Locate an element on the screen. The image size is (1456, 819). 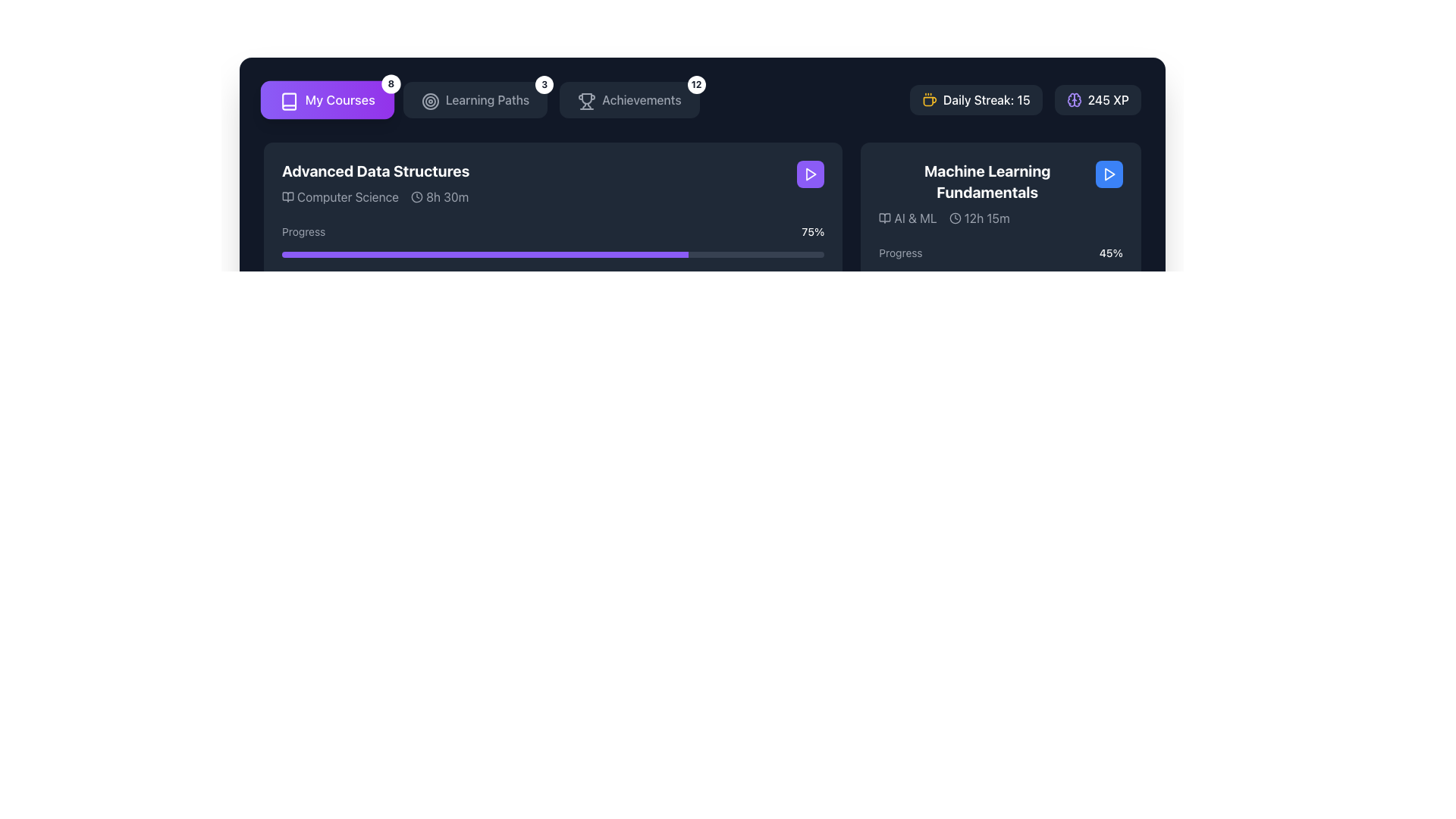
the 'AI & ML' label with an icon resembling an open book, located in the 'Machine Learning Fundamentals' section, to the left of the '12h 15m' text is located at coordinates (908, 218).